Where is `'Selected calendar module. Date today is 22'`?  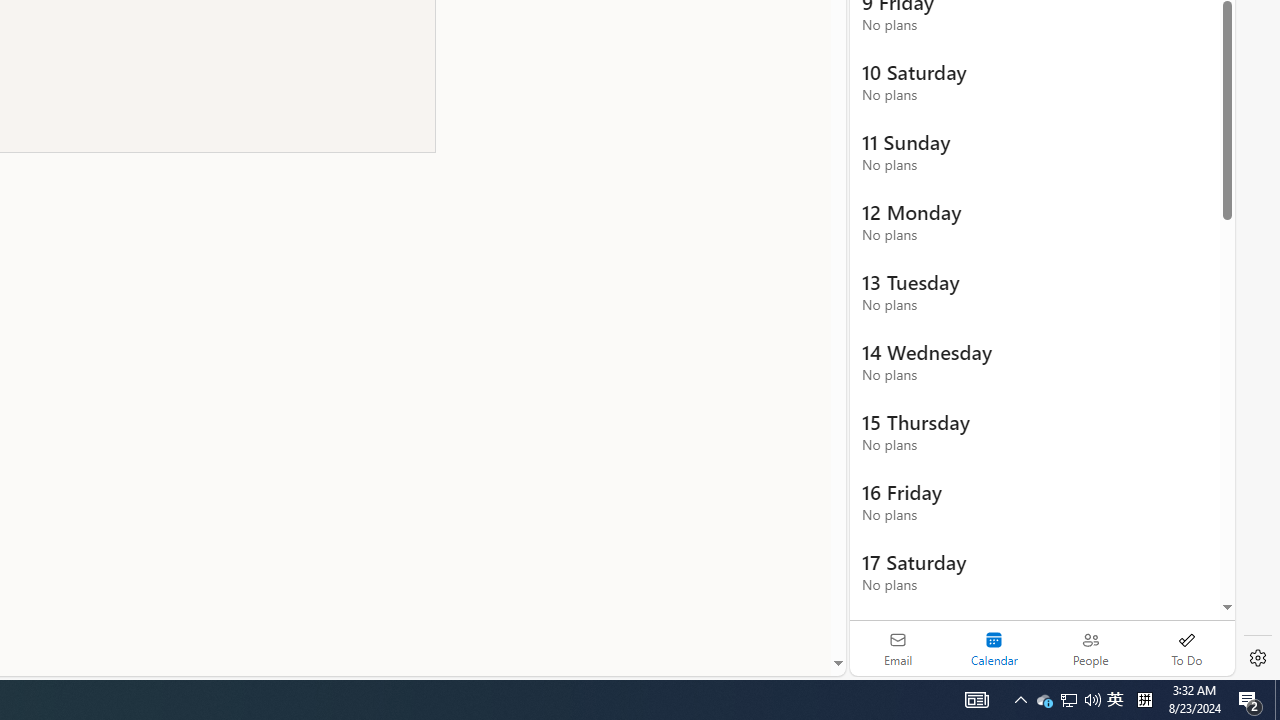
'Selected calendar module. Date today is 22' is located at coordinates (994, 648).